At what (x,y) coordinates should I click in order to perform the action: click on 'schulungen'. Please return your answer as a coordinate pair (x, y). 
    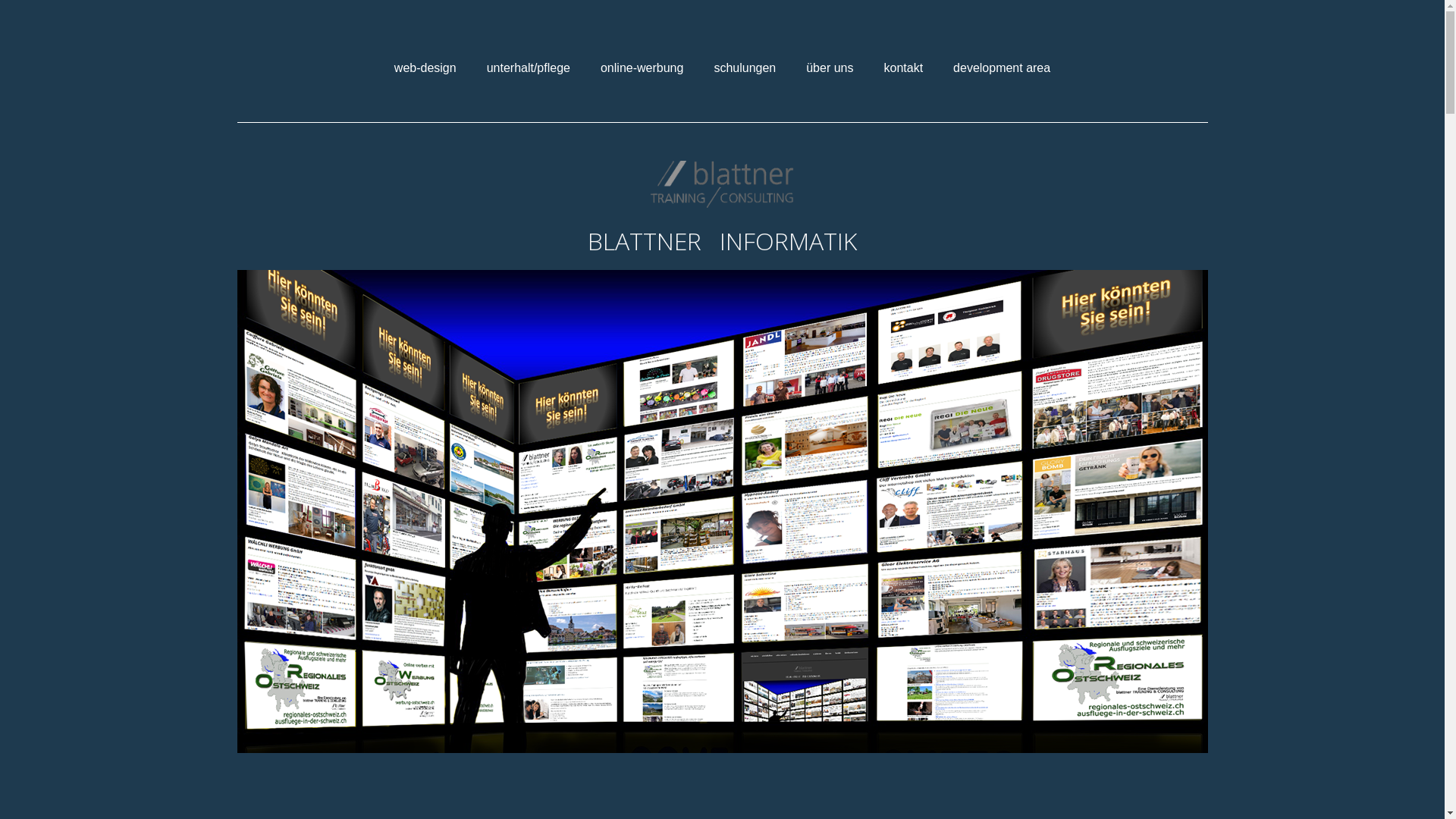
    Looking at the image, I should click on (745, 67).